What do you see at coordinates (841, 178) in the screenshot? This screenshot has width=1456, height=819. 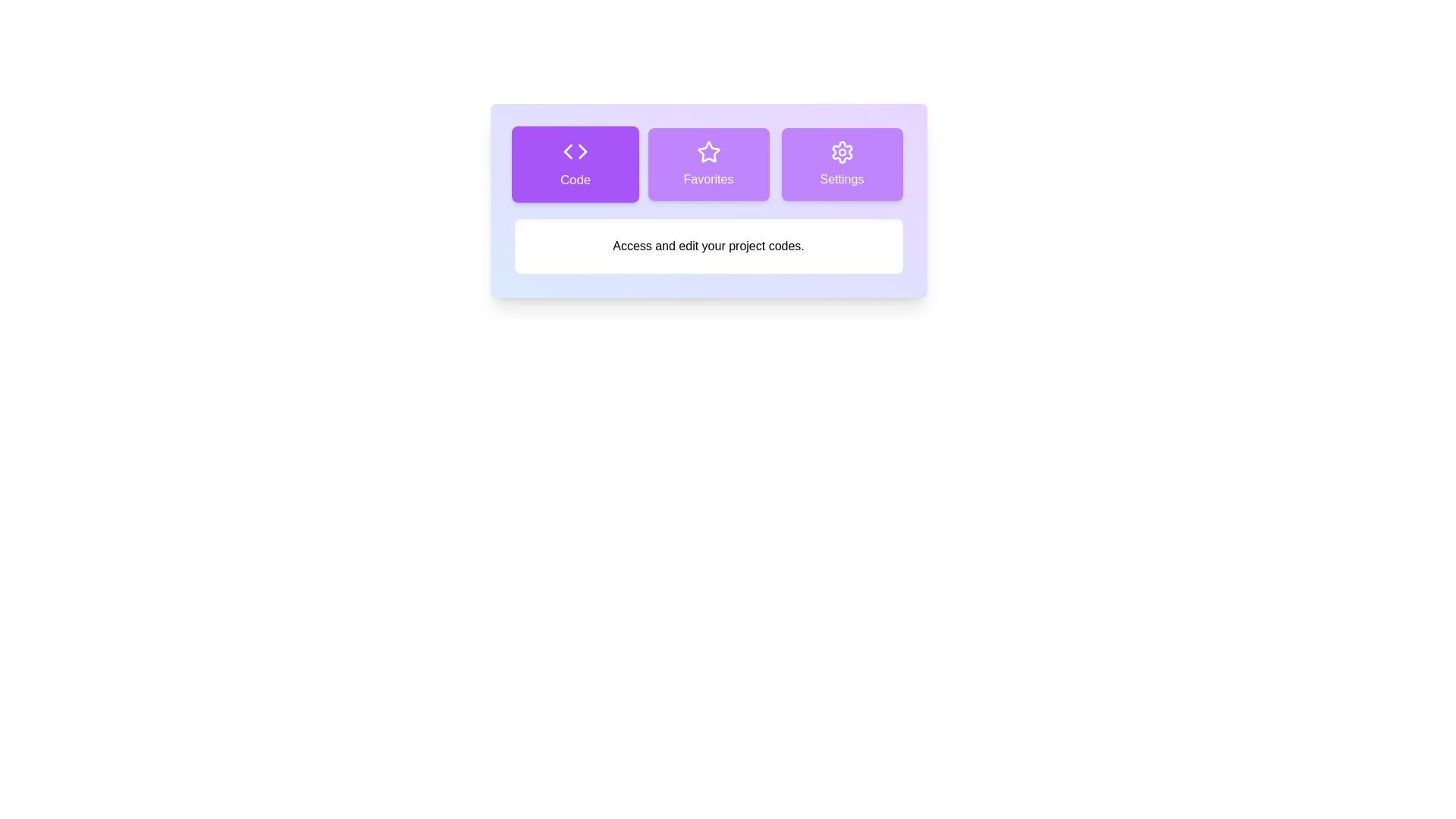 I see `the Text Label indicating 'Settings' located in the top-right corner, below the gear icon` at bounding box center [841, 178].